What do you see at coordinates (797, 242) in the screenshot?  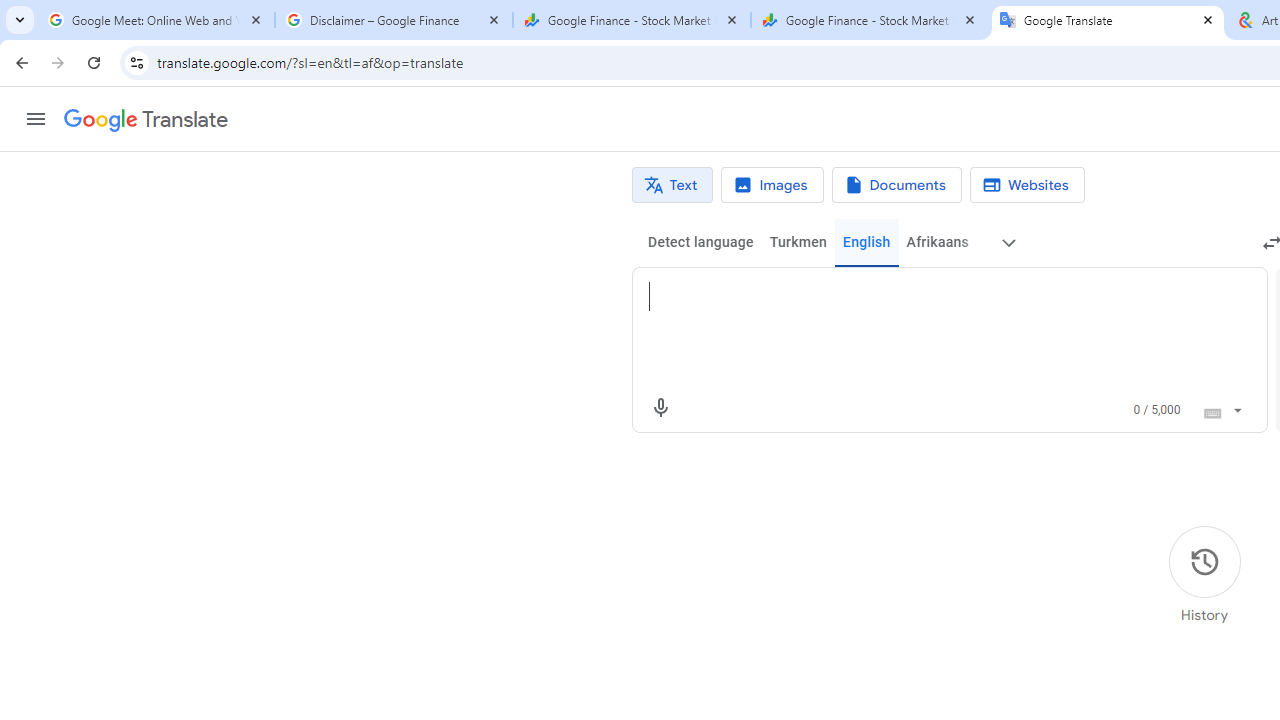 I see `'Turkmen'` at bounding box center [797, 242].